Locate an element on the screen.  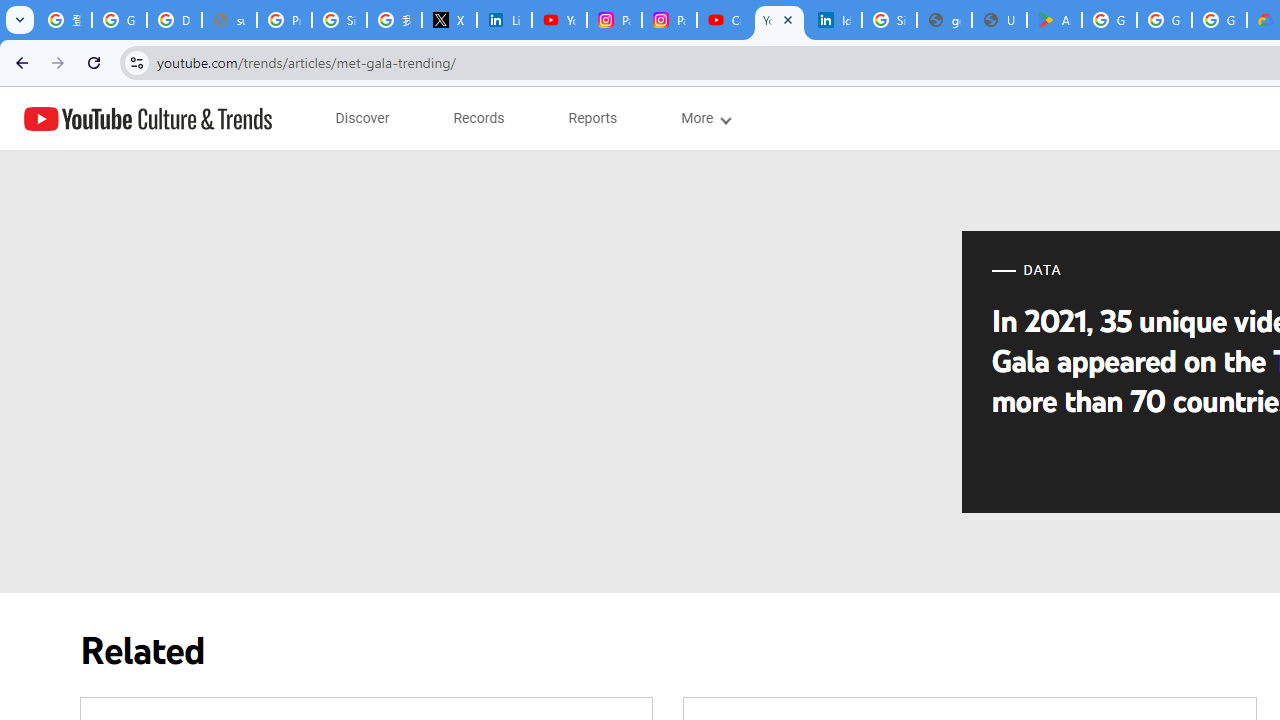
'Android Apps on Google Play' is located at coordinates (1053, 20).